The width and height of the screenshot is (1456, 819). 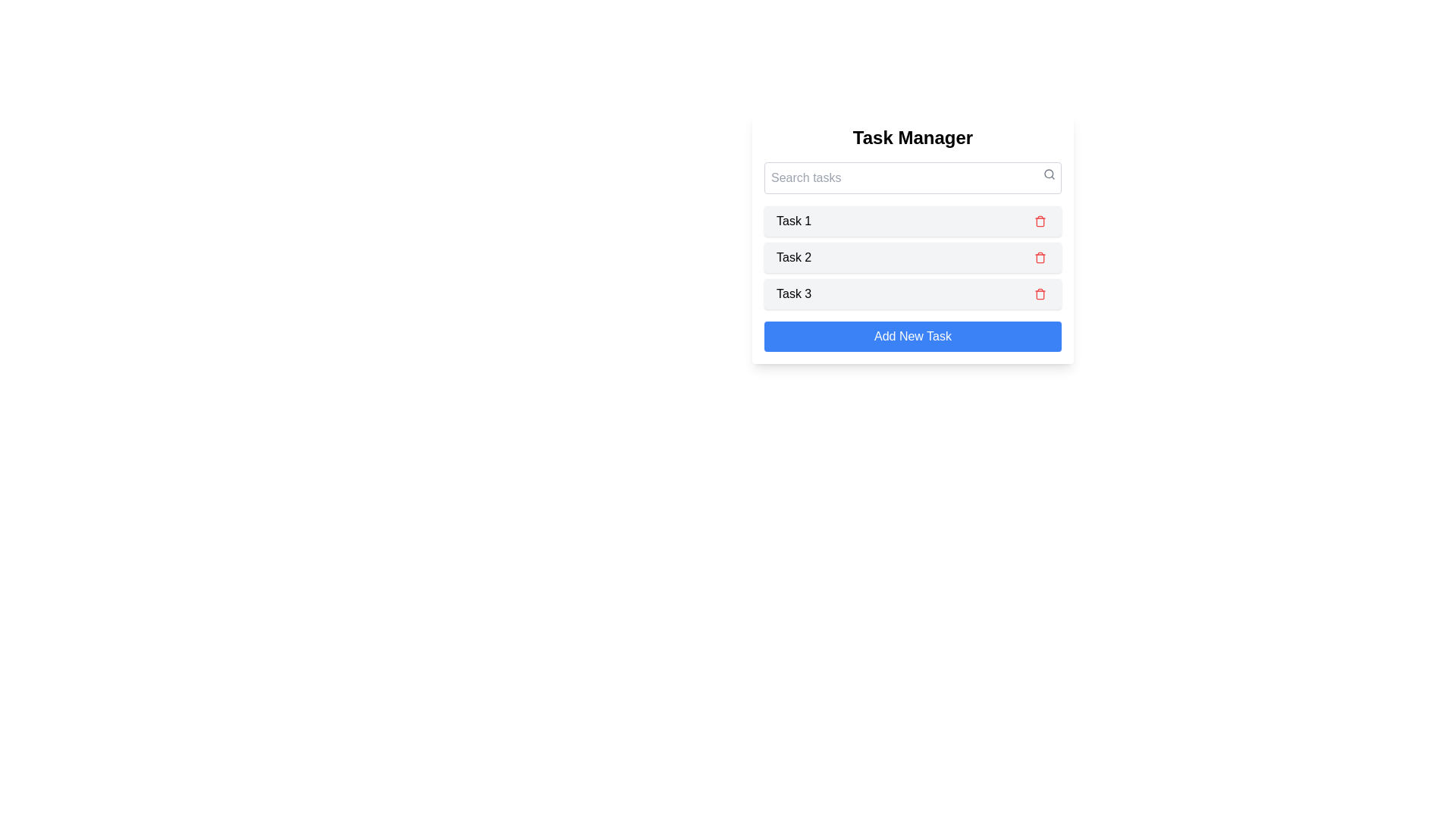 I want to click on the Task Manager title to select its text, so click(x=912, y=137).